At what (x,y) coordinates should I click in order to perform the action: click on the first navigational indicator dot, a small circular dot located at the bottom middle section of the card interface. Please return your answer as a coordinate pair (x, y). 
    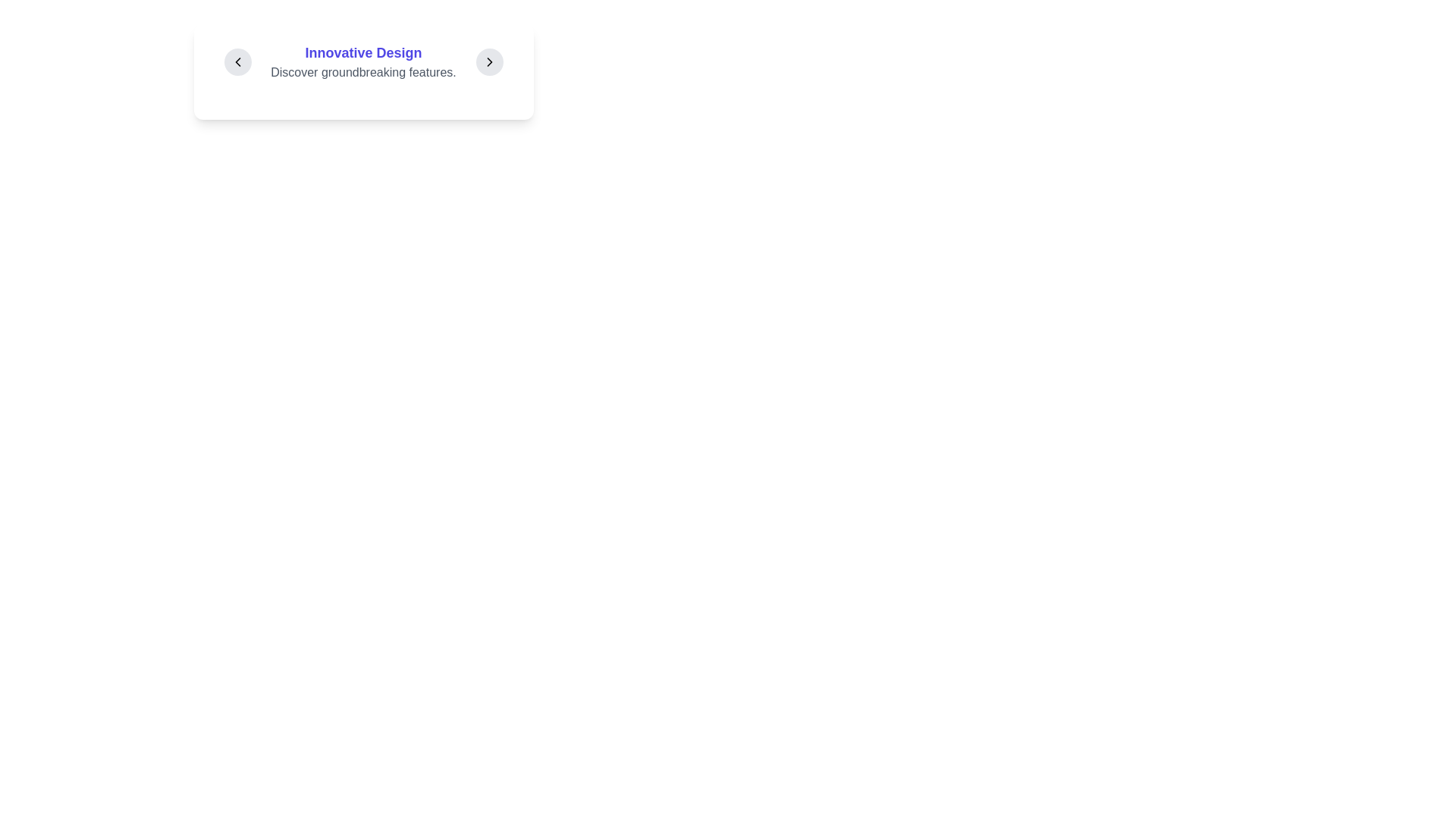
    Looking at the image, I should click on (349, 97).